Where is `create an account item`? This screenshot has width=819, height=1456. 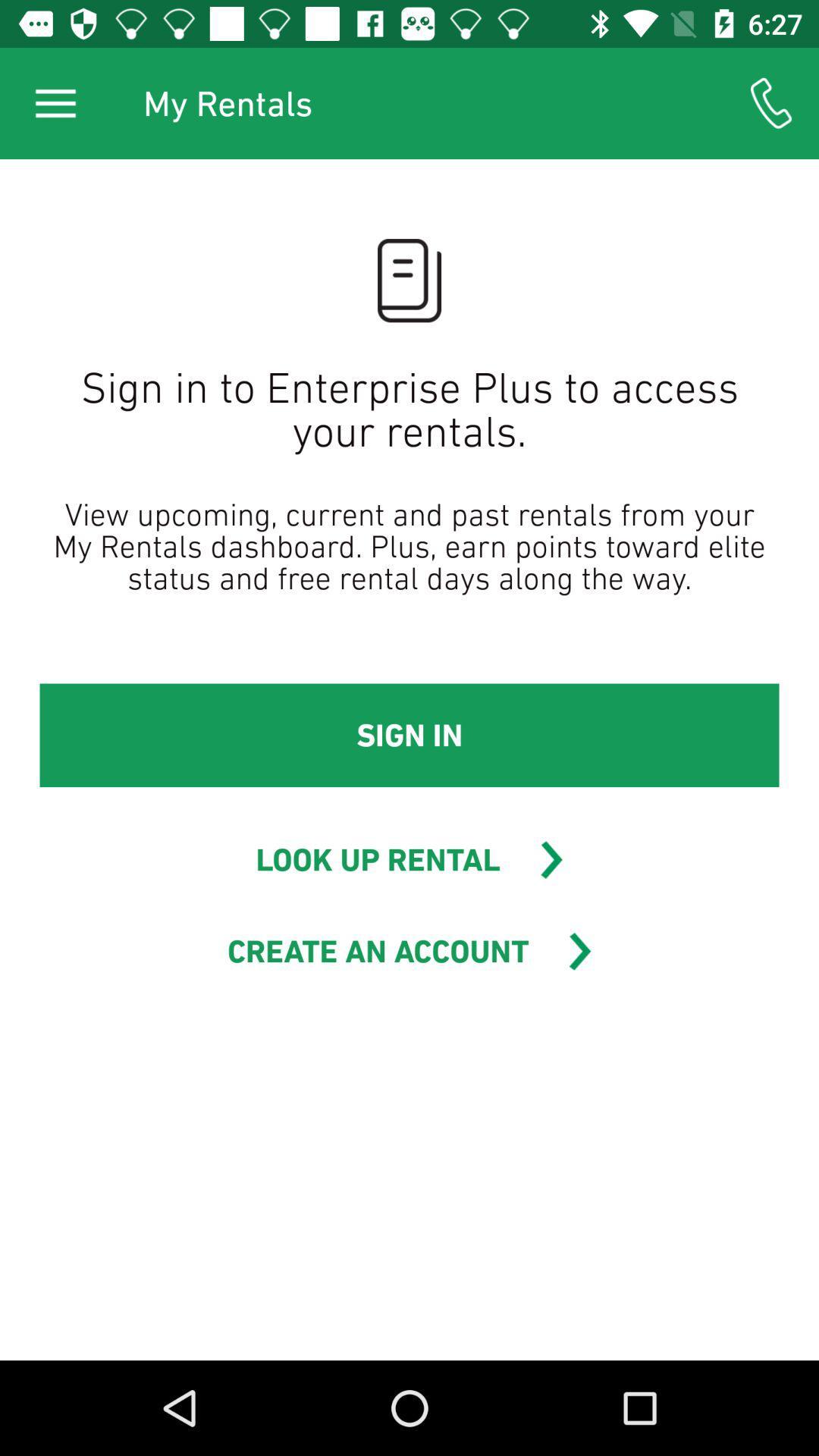 create an account item is located at coordinates (377, 950).